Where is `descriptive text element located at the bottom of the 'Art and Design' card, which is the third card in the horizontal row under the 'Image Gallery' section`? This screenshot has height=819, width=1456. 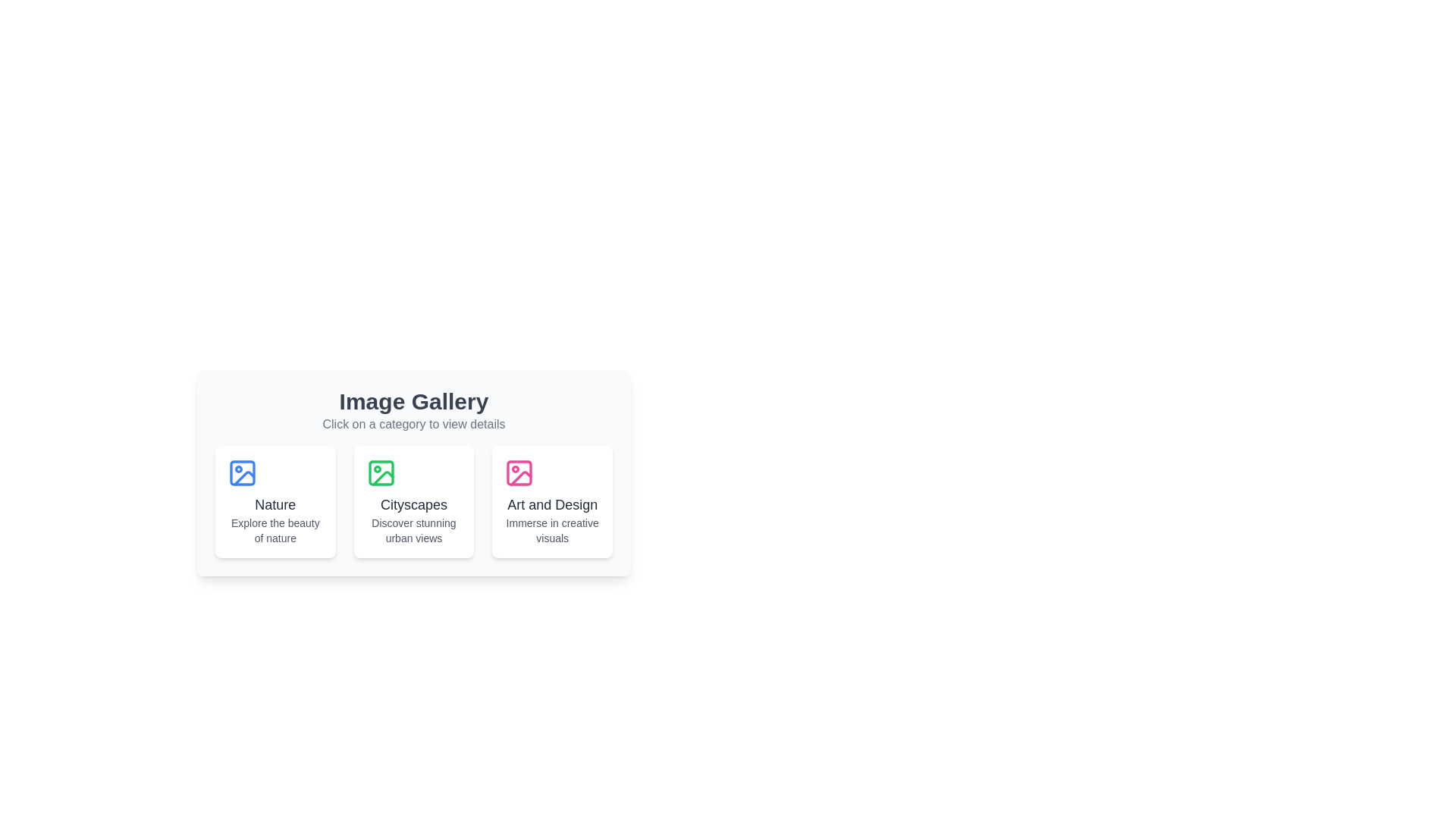
descriptive text element located at the bottom of the 'Art and Design' card, which is the third card in the horizontal row under the 'Image Gallery' section is located at coordinates (551, 529).